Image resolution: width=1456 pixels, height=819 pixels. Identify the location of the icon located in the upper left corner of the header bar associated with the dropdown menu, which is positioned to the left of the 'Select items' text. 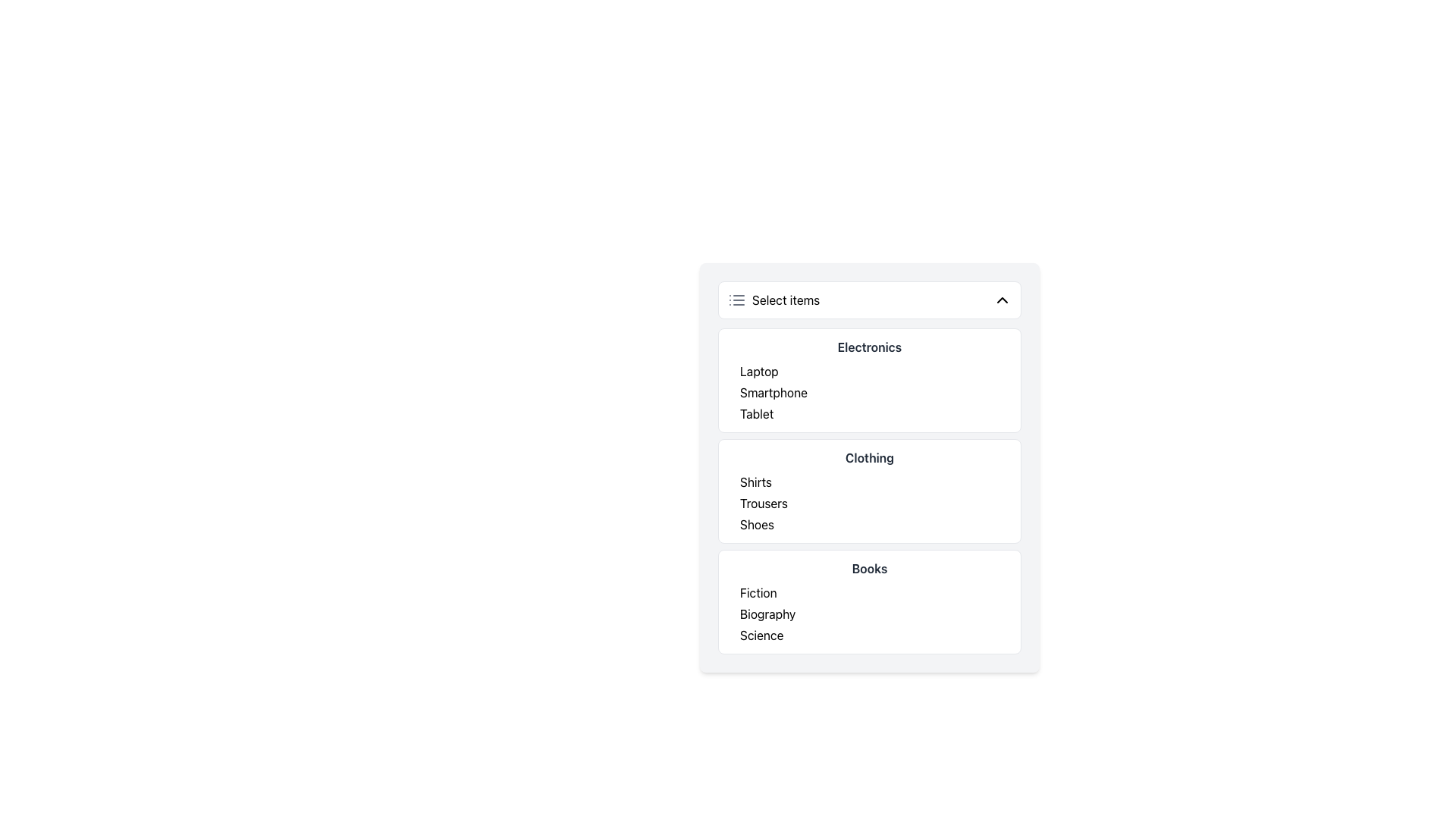
(736, 300).